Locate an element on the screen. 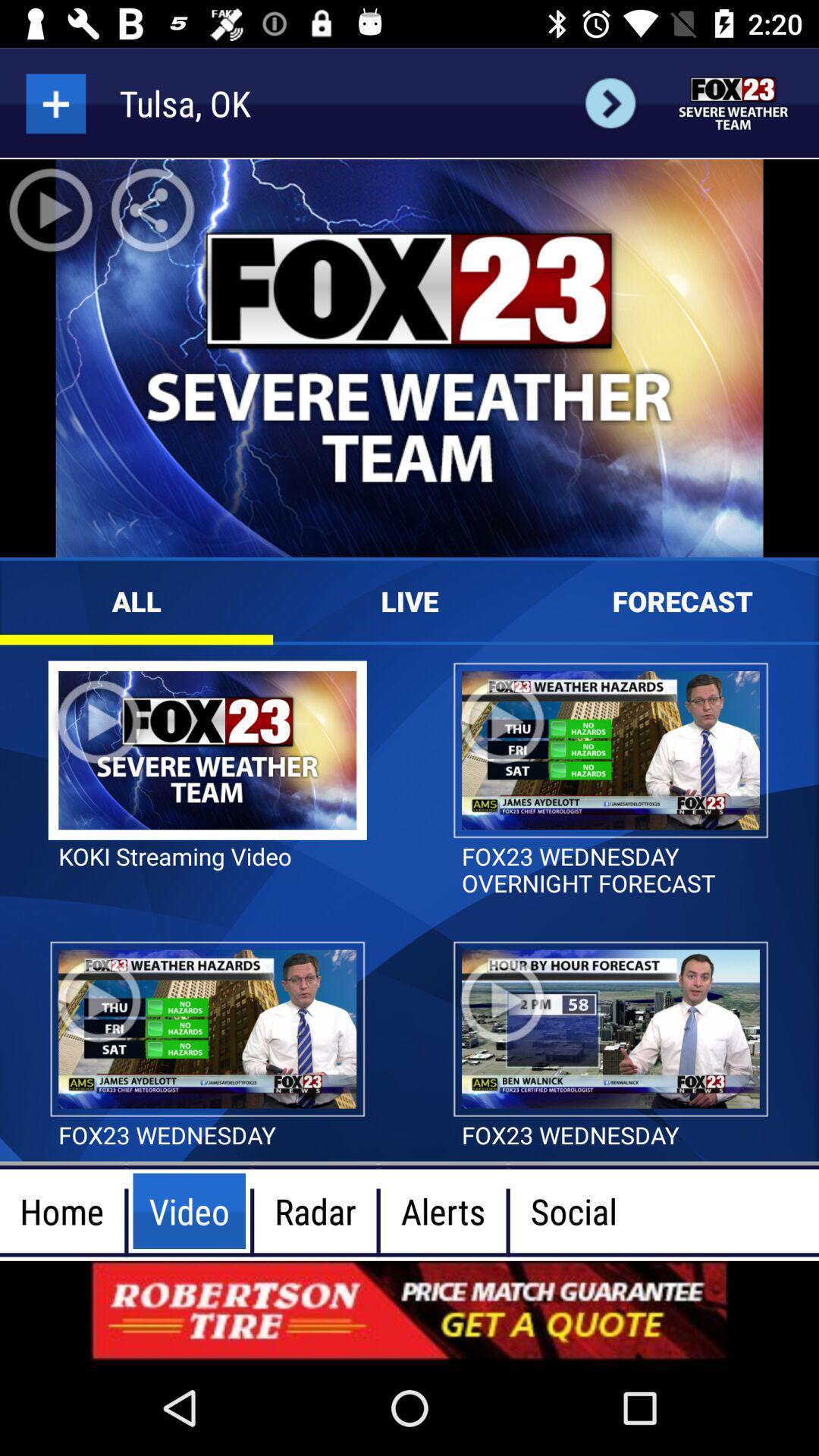 This screenshot has height=1456, width=819. next user is located at coordinates (610, 102).